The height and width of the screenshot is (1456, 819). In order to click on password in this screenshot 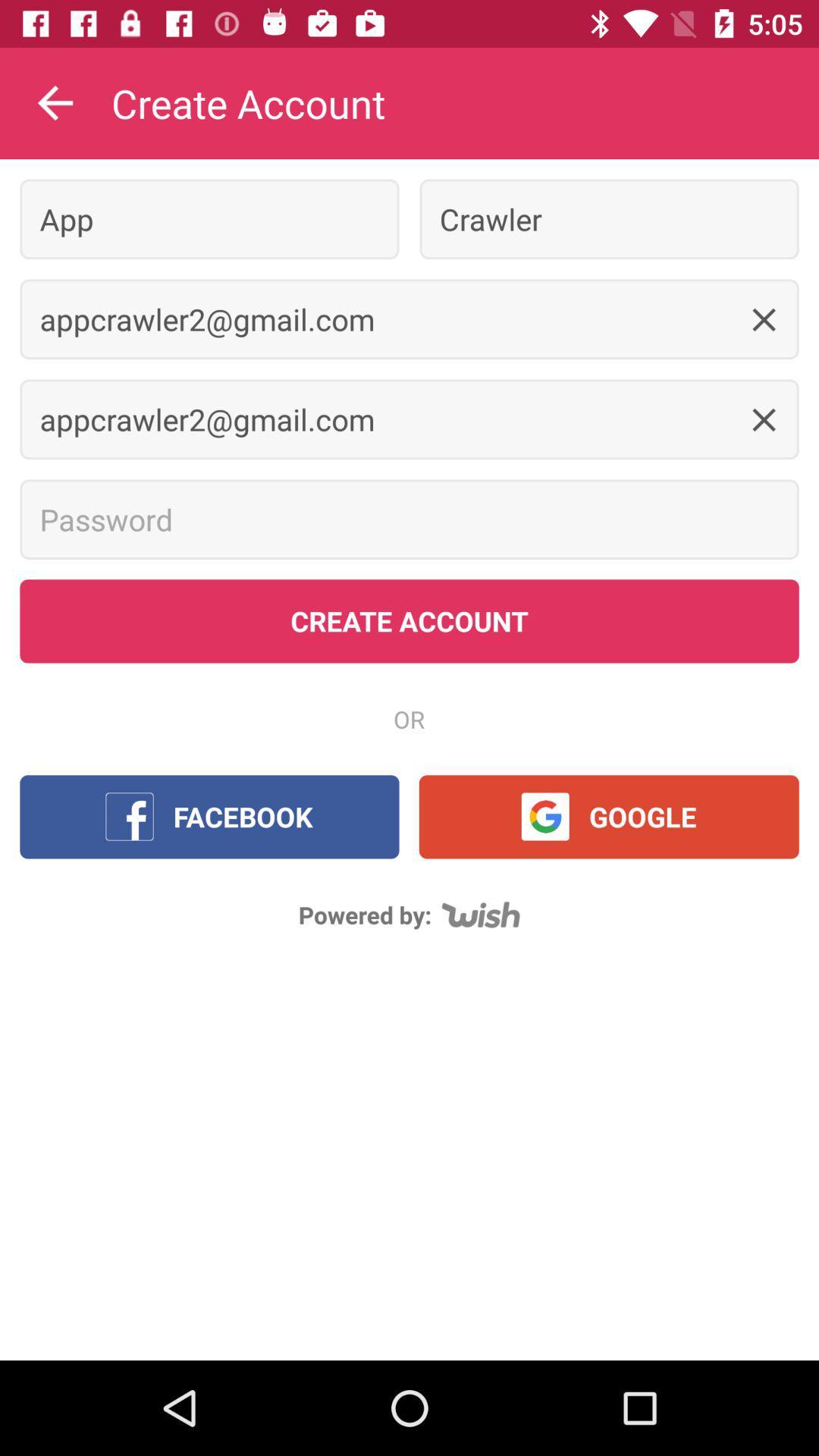, I will do `click(409, 519)`.